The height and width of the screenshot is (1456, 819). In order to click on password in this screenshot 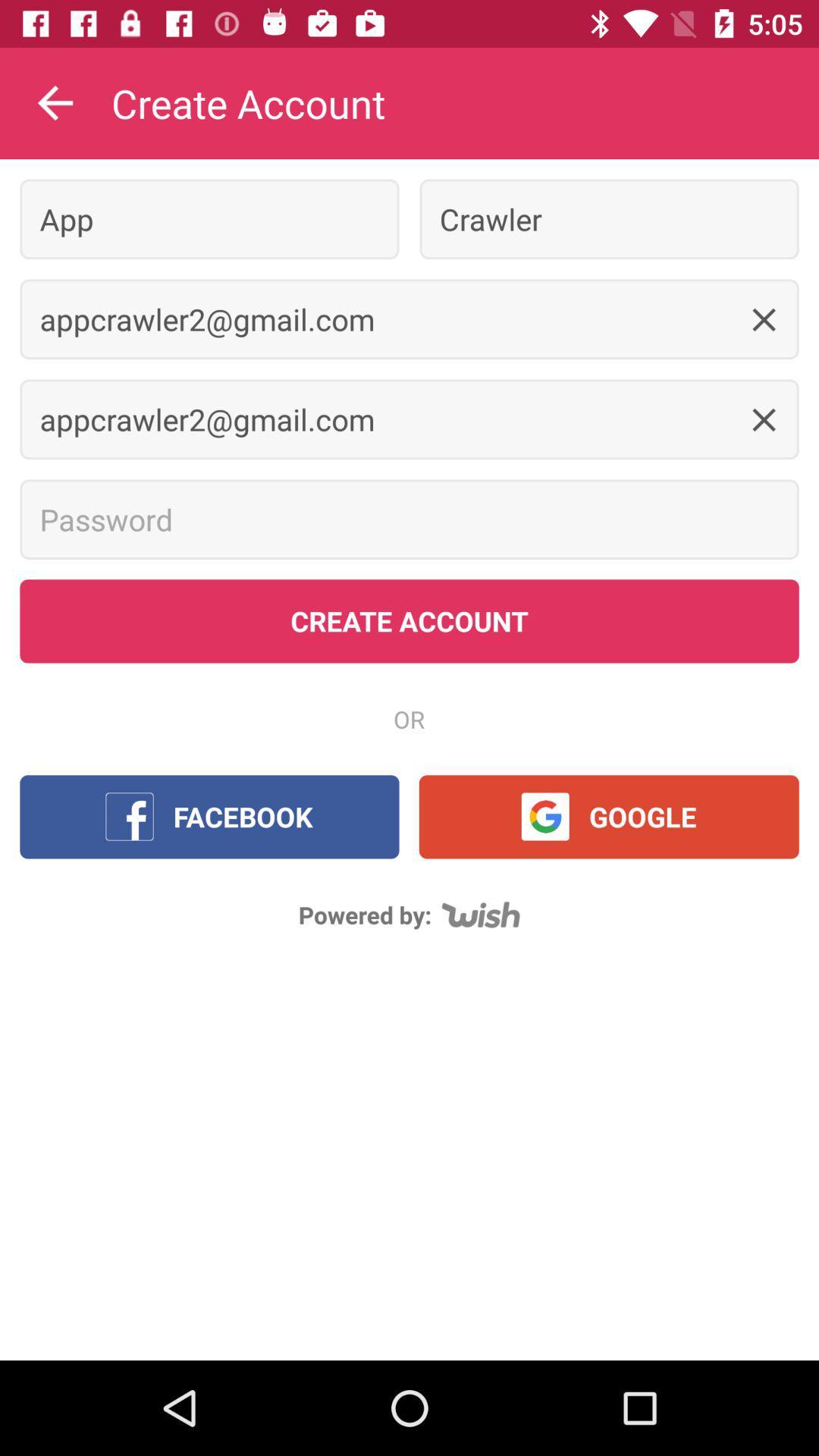, I will do `click(409, 519)`.